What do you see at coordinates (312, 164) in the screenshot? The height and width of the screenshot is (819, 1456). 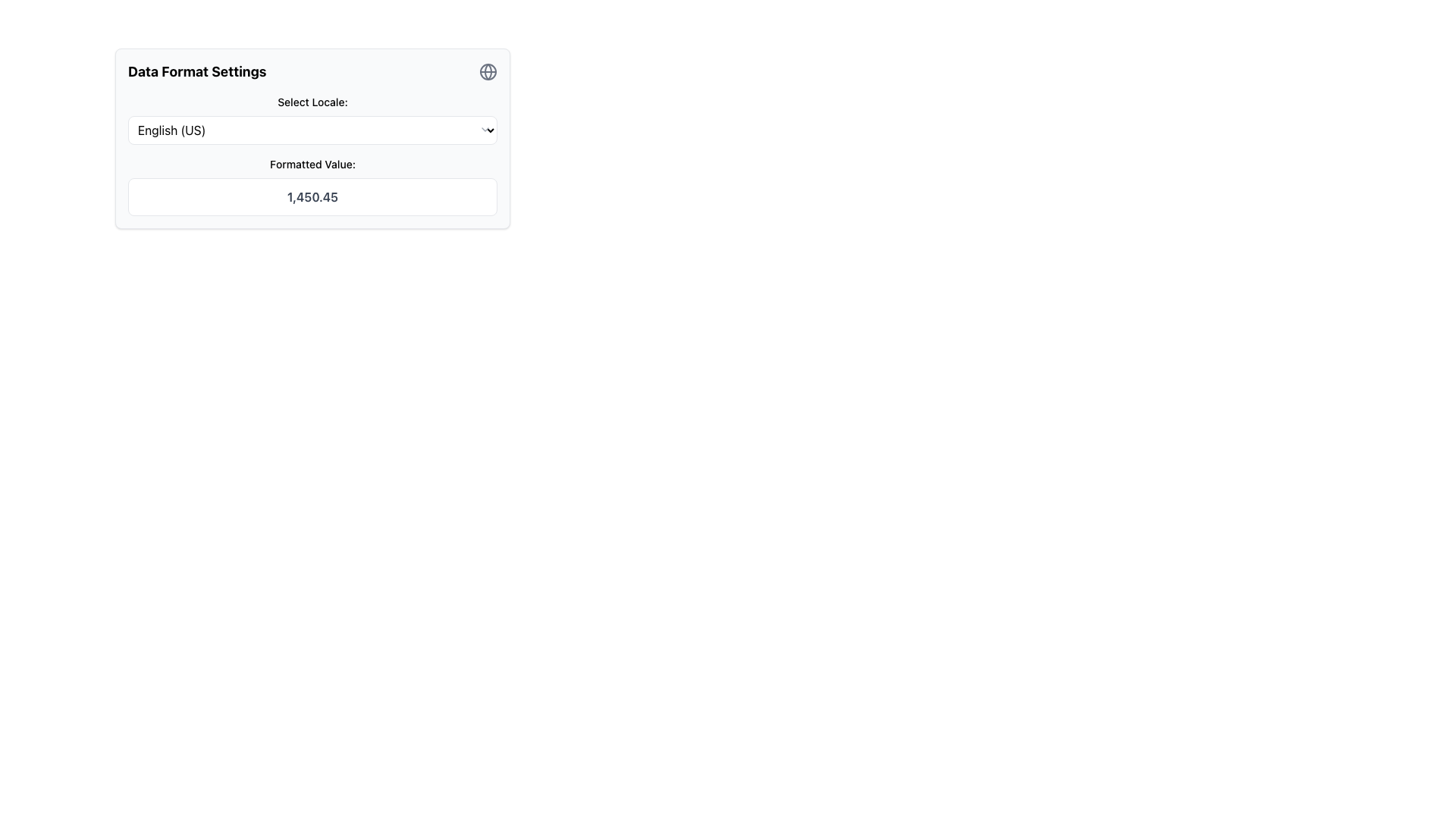 I see `the Static Label that provides context for the value '1,450.45', located below the 'Select Locale:' dropdown and above the text '1,450.45'` at bounding box center [312, 164].